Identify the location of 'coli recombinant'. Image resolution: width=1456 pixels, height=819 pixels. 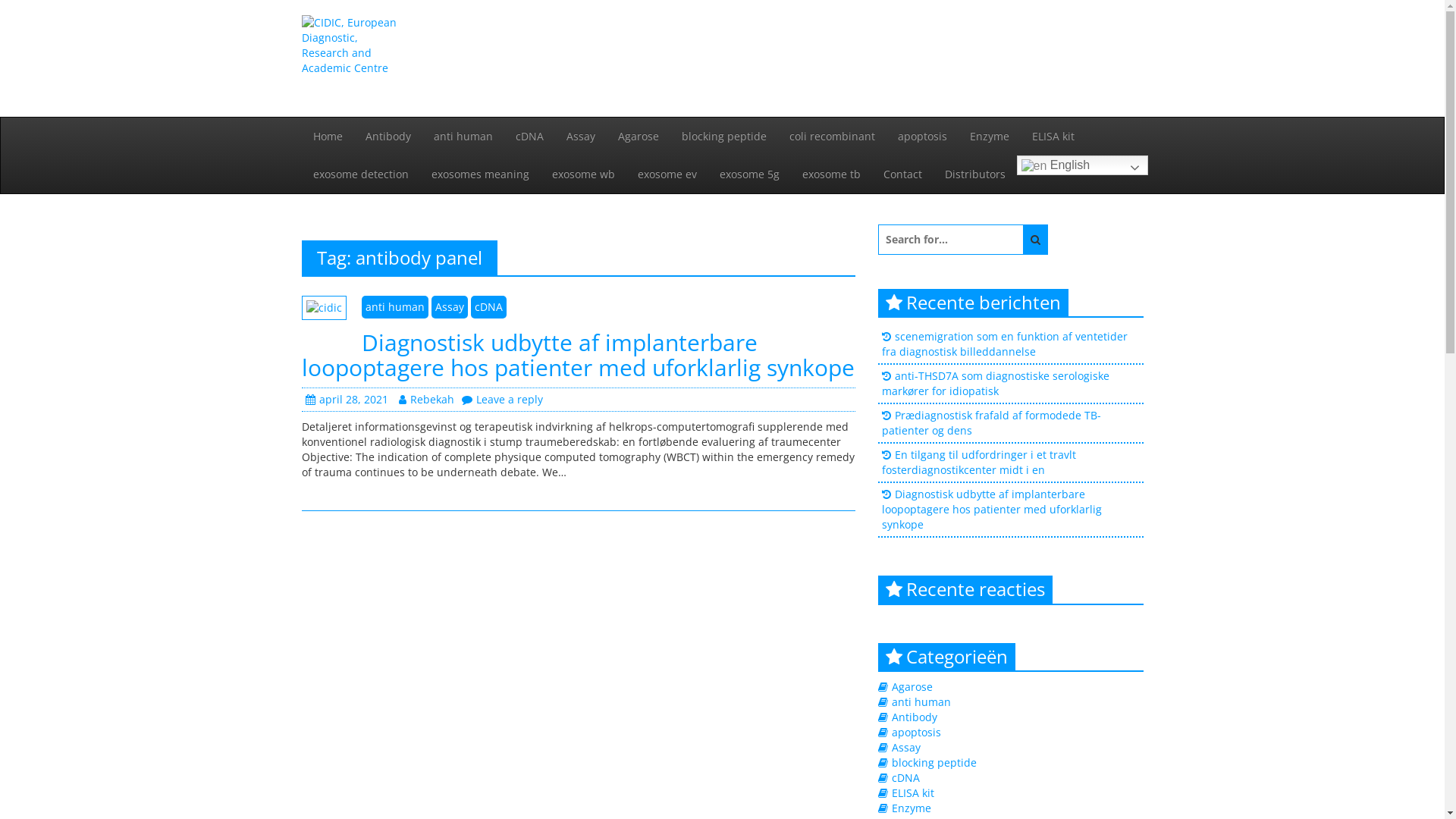
(831, 136).